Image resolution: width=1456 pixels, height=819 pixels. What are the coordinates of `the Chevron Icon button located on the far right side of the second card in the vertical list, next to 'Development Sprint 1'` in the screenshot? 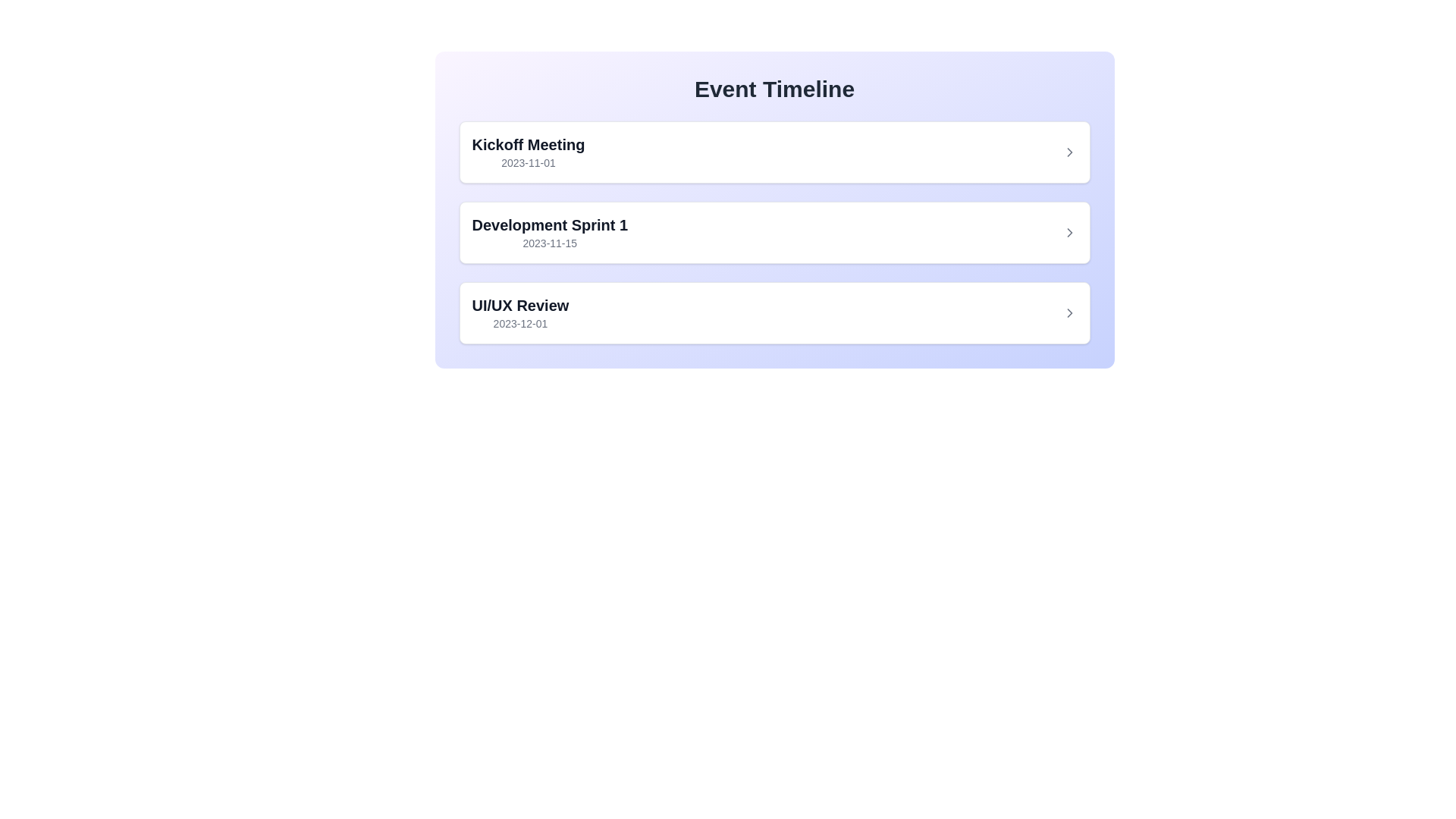 It's located at (1068, 233).